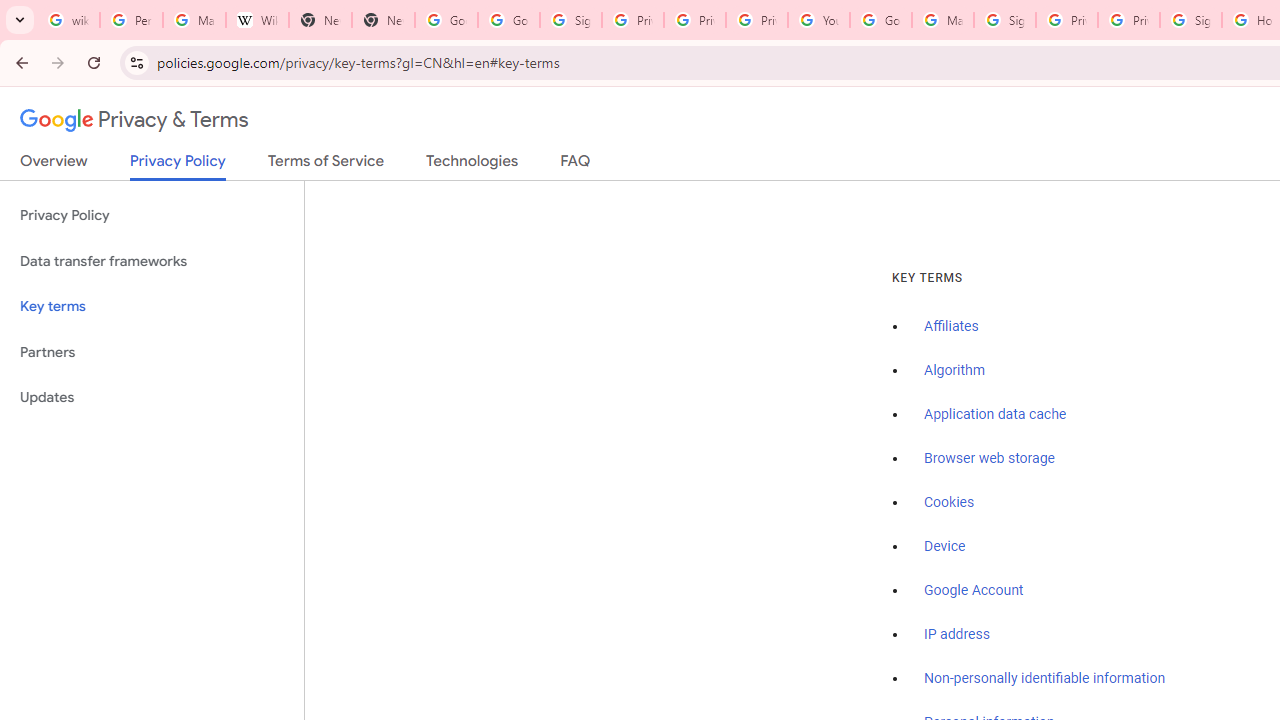 The width and height of the screenshot is (1280, 720). Describe the element at coordinates (151, 260) in the screenshot. I see `'Data transfer frameworks'` at that location.